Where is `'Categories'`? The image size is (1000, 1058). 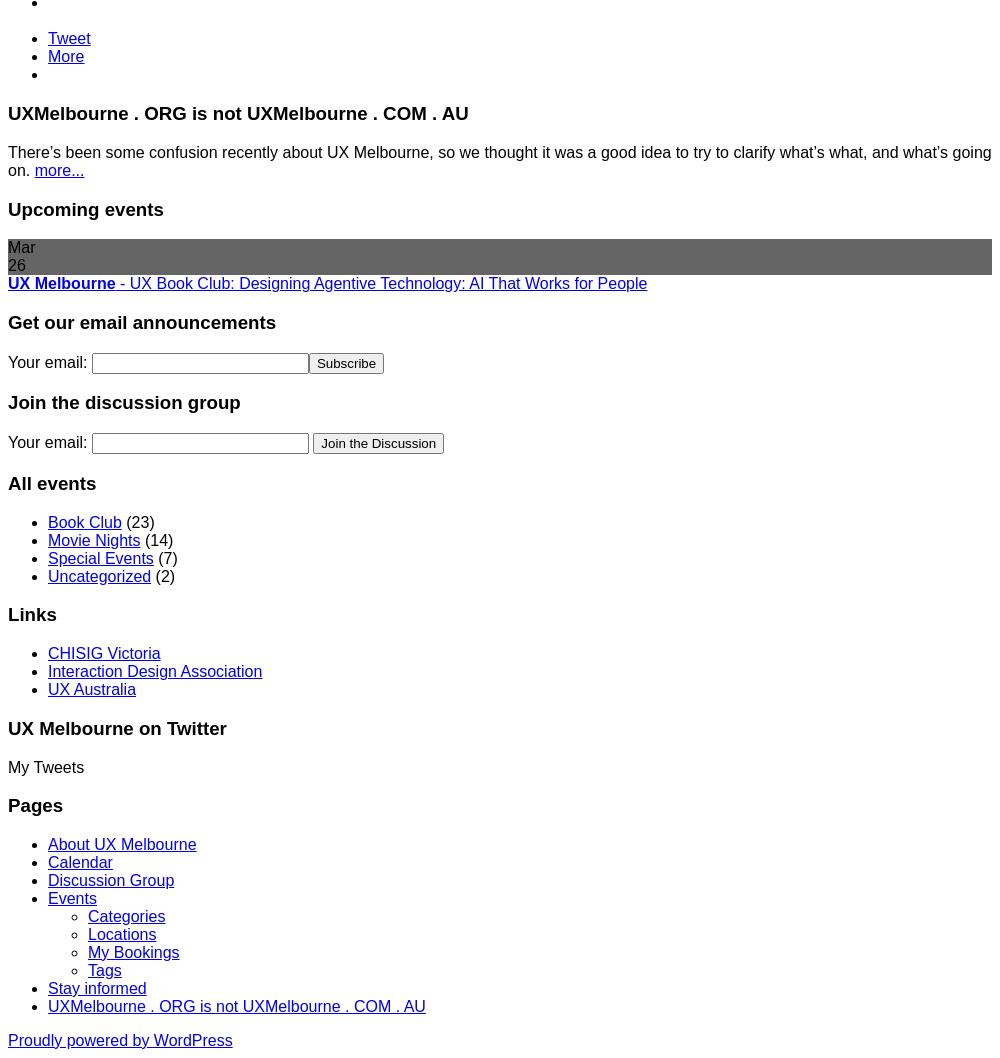 'Categories' is located at coordinates (126, 915).